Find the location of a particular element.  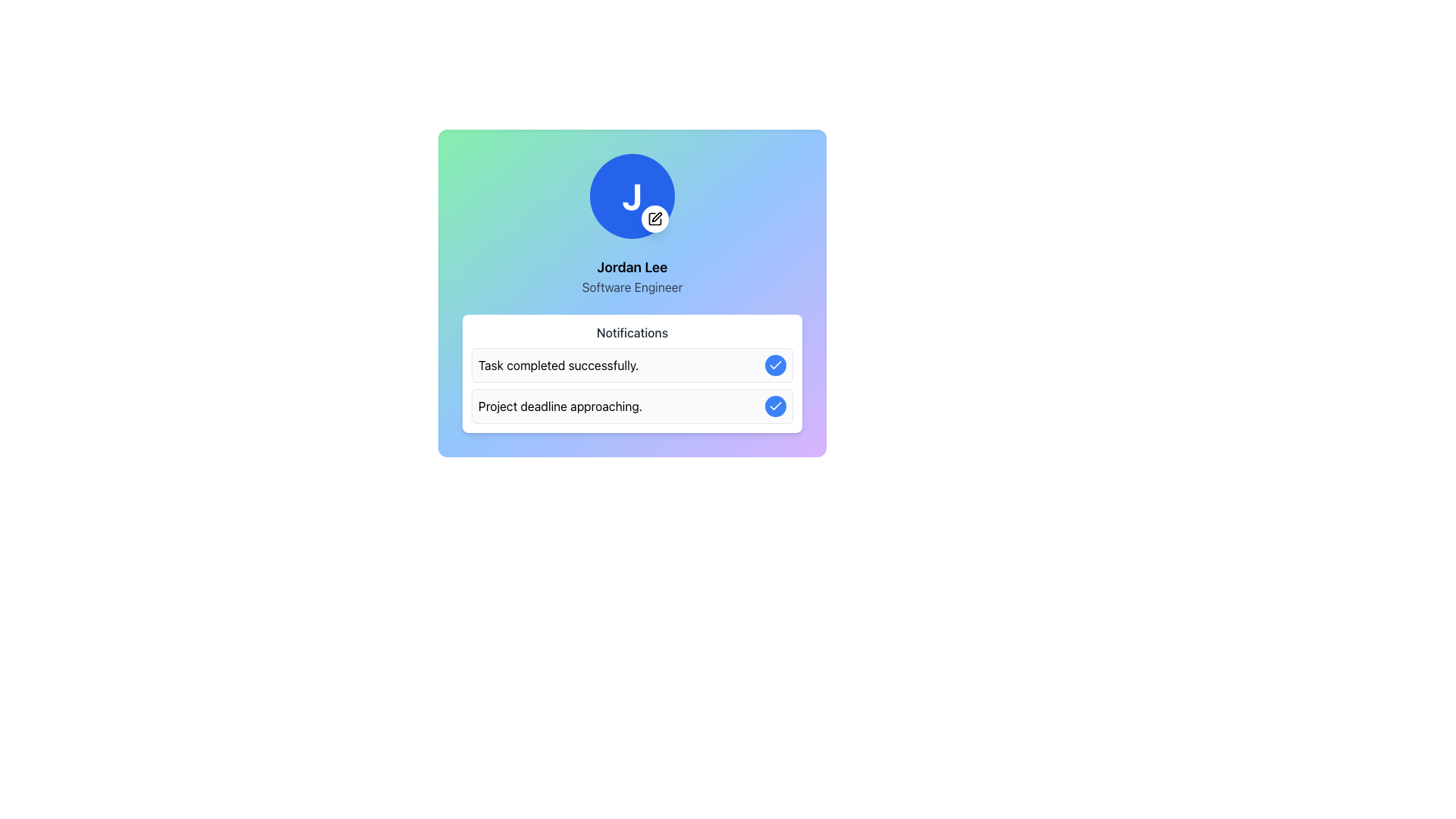

the blue checkmark icon with a white check symbol to acknowledge the notification regarding 'Project deadline approaching.' is located at coordinates (775, 366).